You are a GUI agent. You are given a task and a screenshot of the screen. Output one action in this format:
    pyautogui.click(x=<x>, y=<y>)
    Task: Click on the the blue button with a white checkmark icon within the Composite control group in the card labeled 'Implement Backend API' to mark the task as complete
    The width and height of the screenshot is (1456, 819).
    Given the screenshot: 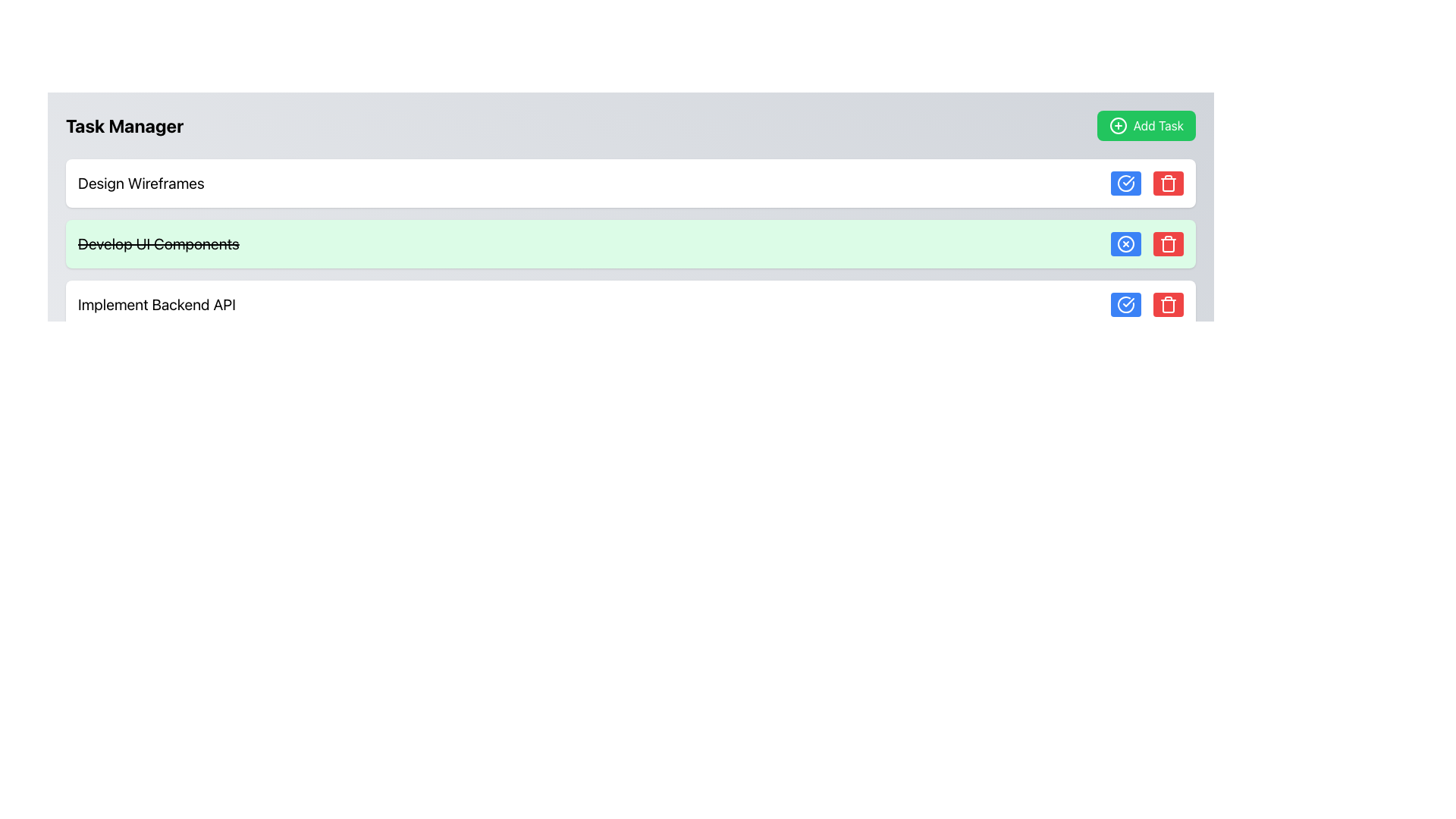 What is the action you would take?
    pyautogui.click(x=1147, y=304)
    